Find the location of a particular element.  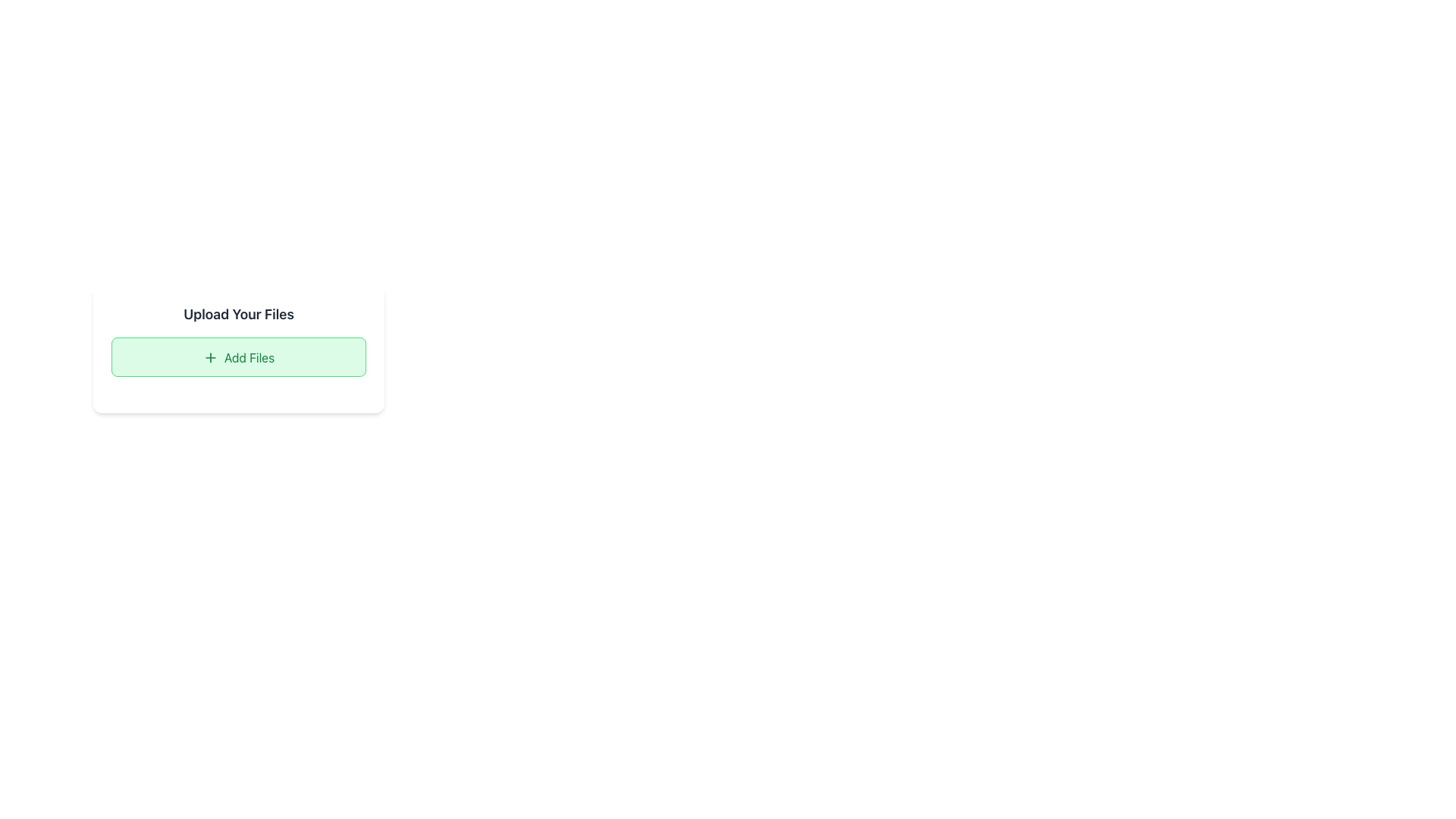

the centrally aligned text element that provides descriptive information for the associated UI component is located at coordinates (249, 357).